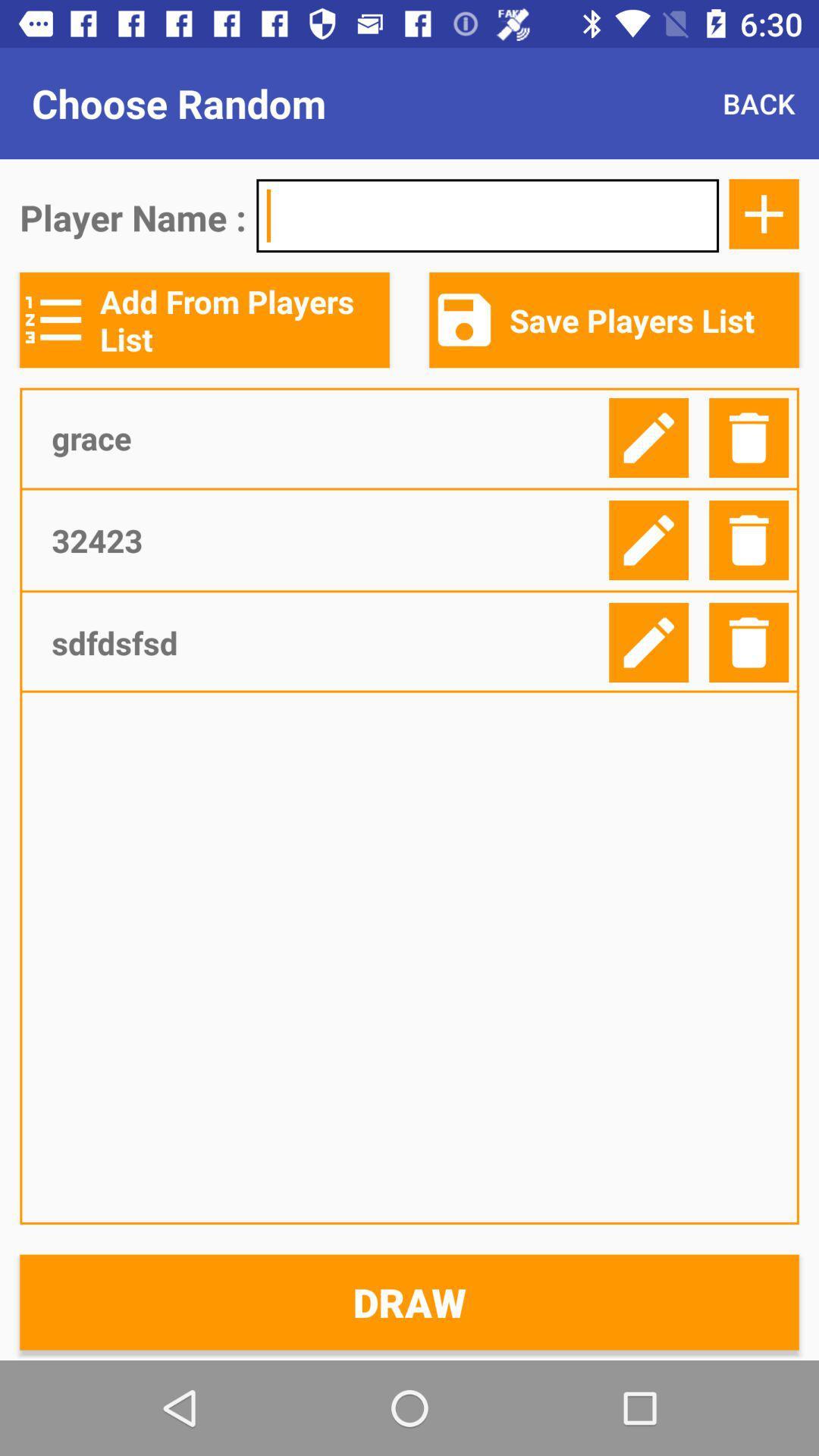 This screenshot has height=1456, width=819. I want to click on edit, so click(648, 540).